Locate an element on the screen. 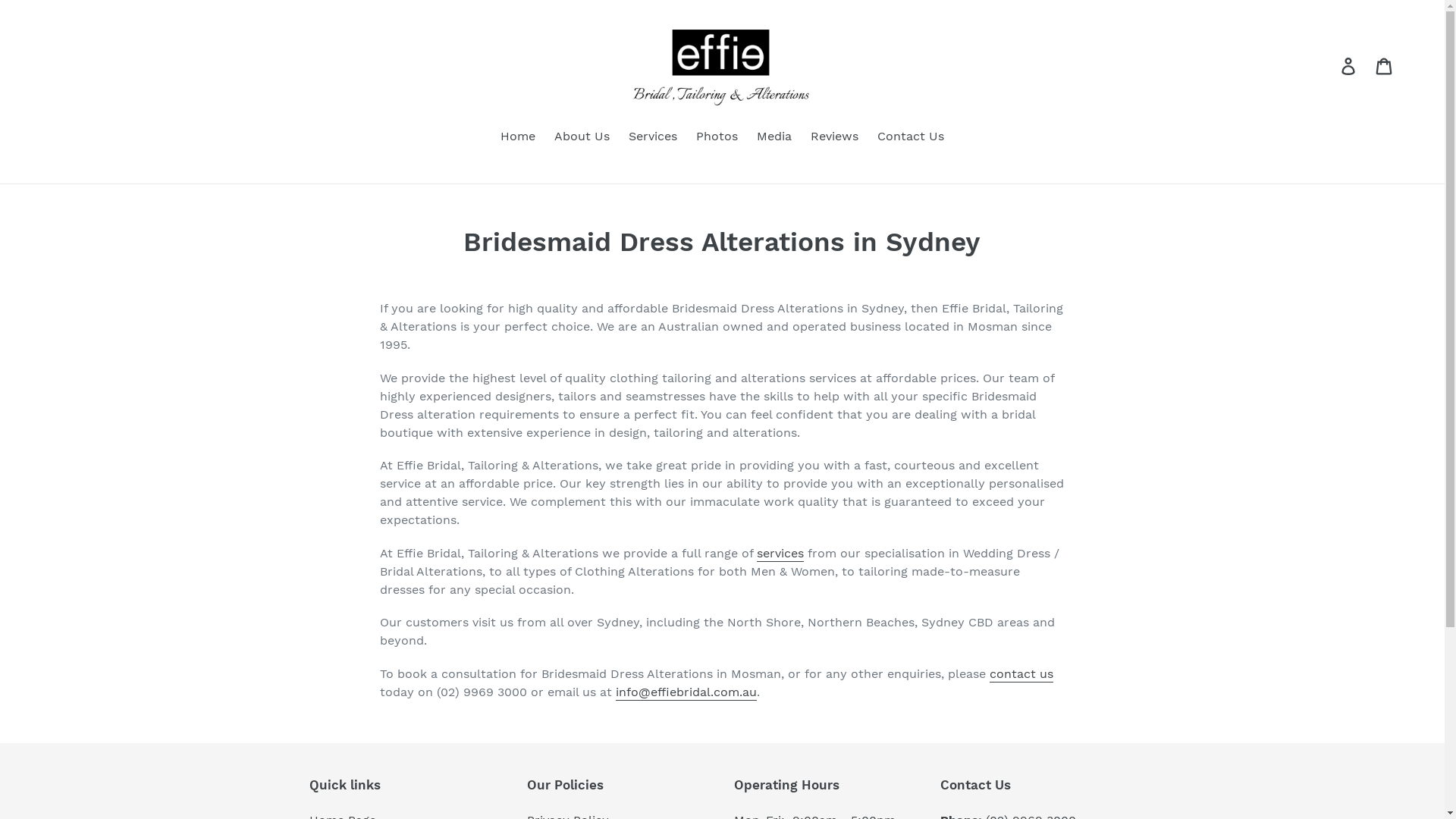 Image resolution: width=1456 pixels, height=819 pixels. 'Log in' is located at coordinates (1349, 64).